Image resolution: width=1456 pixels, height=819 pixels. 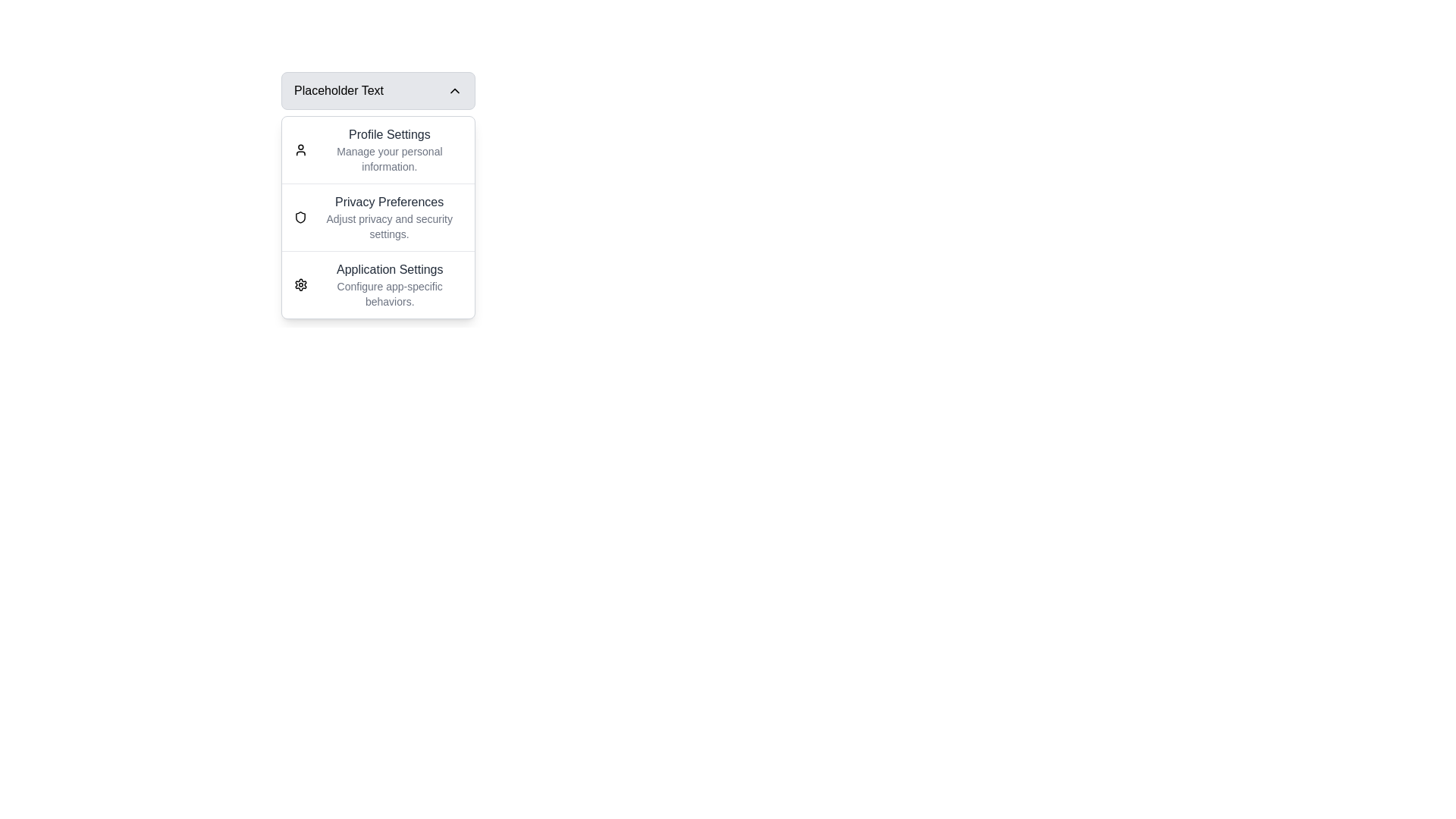 What do you see at coordinates (378, 112) in the screenshot?
I see `the Dropdown toggle button that contains the text 'Placeholder Text' and has a downward-facing chevron icon` at bounding box center [378, 112].